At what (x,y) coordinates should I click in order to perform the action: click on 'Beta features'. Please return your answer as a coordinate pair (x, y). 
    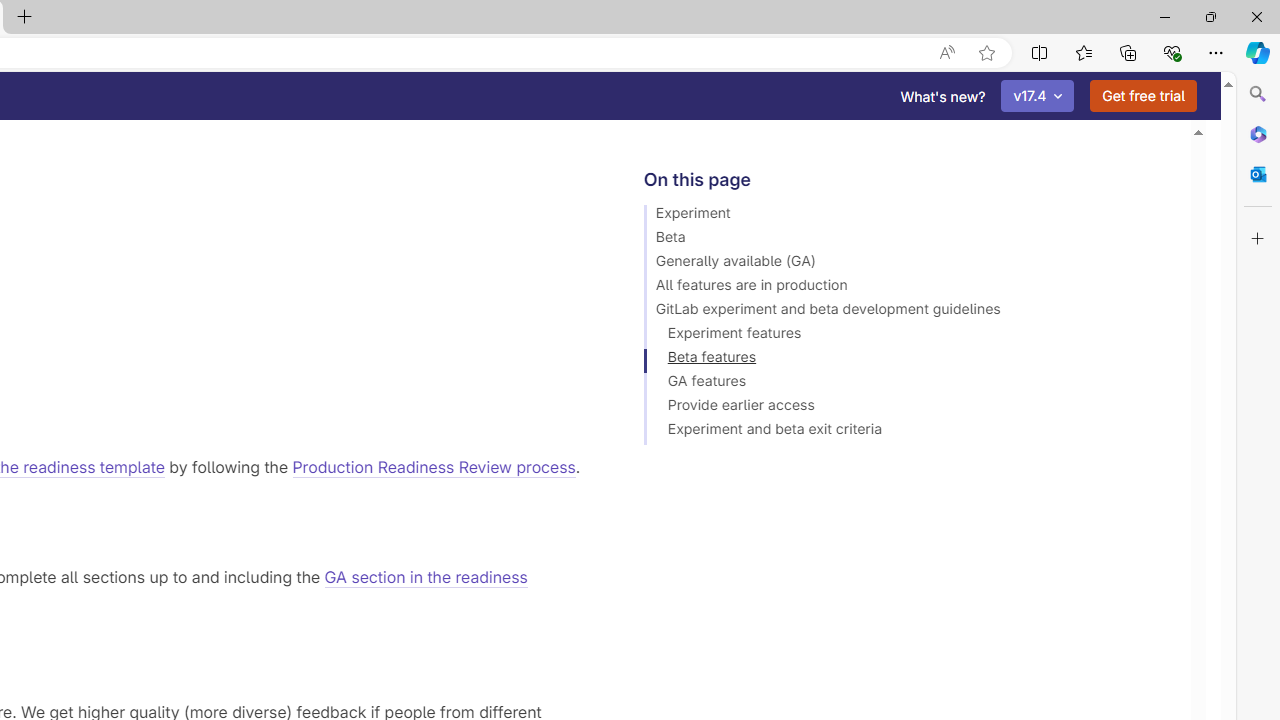
    Looking at the image, I should click on (907, 360).